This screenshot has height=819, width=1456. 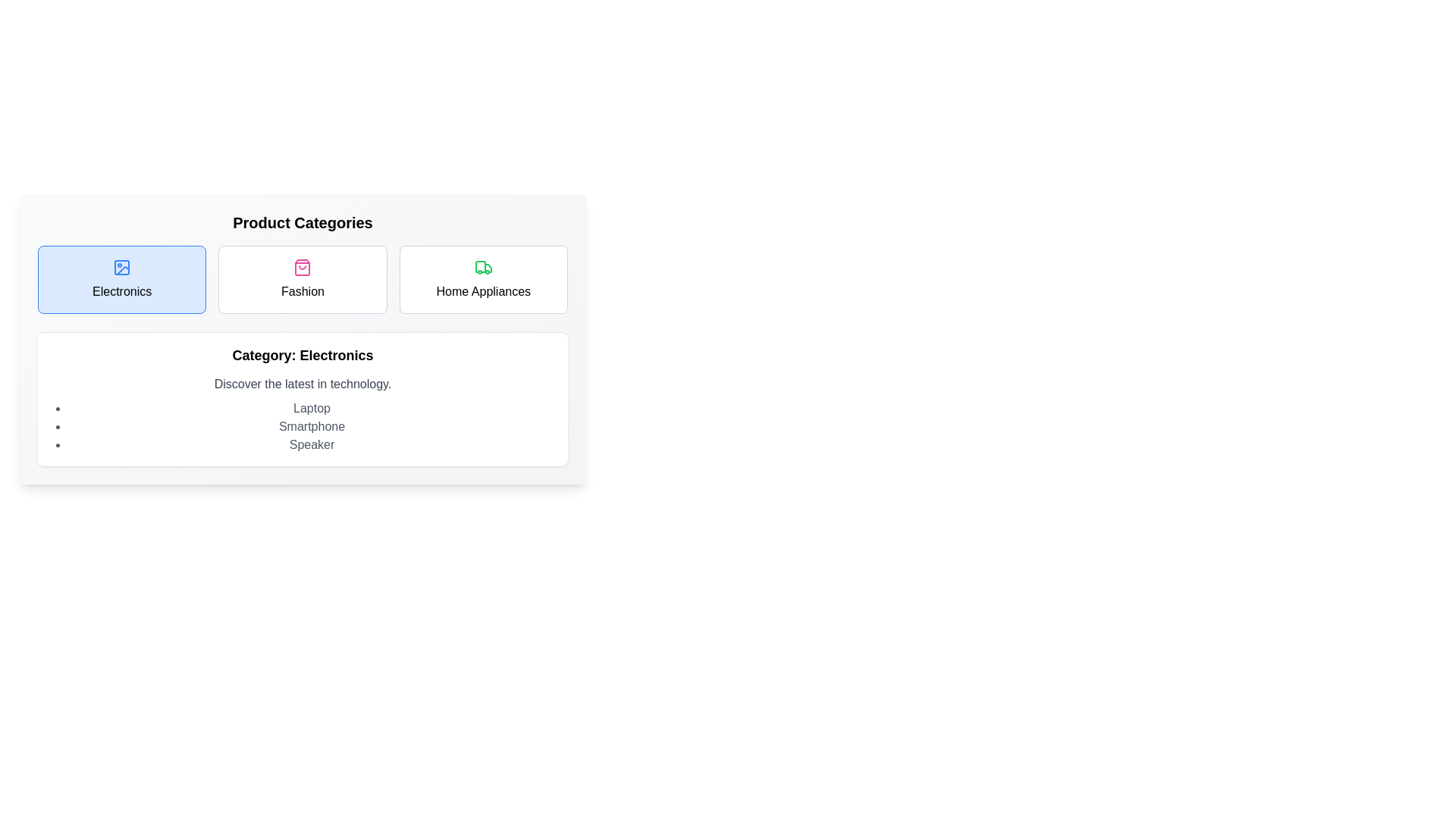 What do you see at coordinates (303, 292) in the screenshot?
I see `the 'Fashion' category label which is centrally positioned within its card, located directly below a shopping bag icon` at bounding box center [303, 292].